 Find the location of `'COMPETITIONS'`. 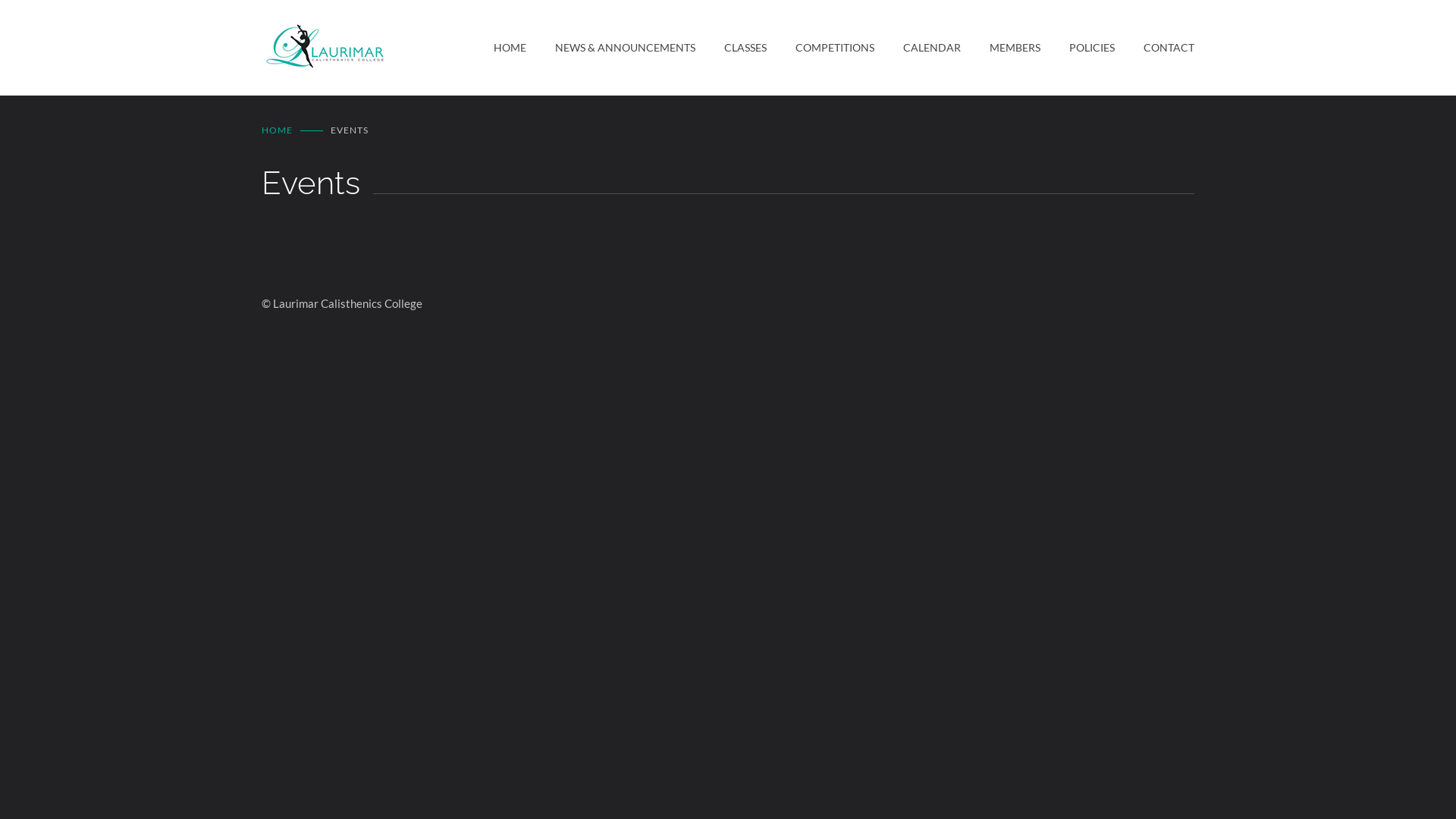

'COMPETITIONS' is located at coordinates (819, 46).